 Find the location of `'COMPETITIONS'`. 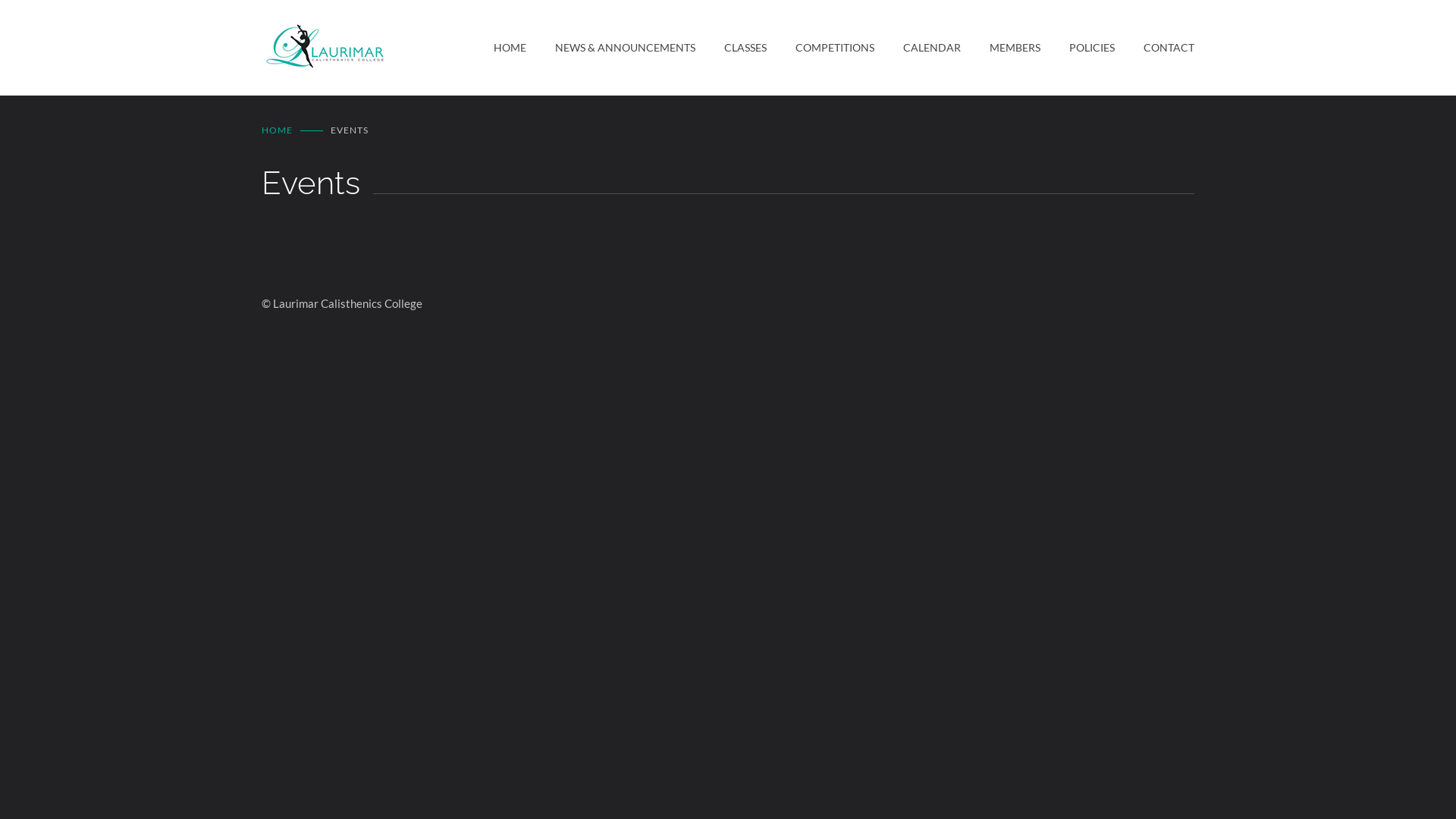

'COMPETITIONS' is located at coordinates (819, 46).